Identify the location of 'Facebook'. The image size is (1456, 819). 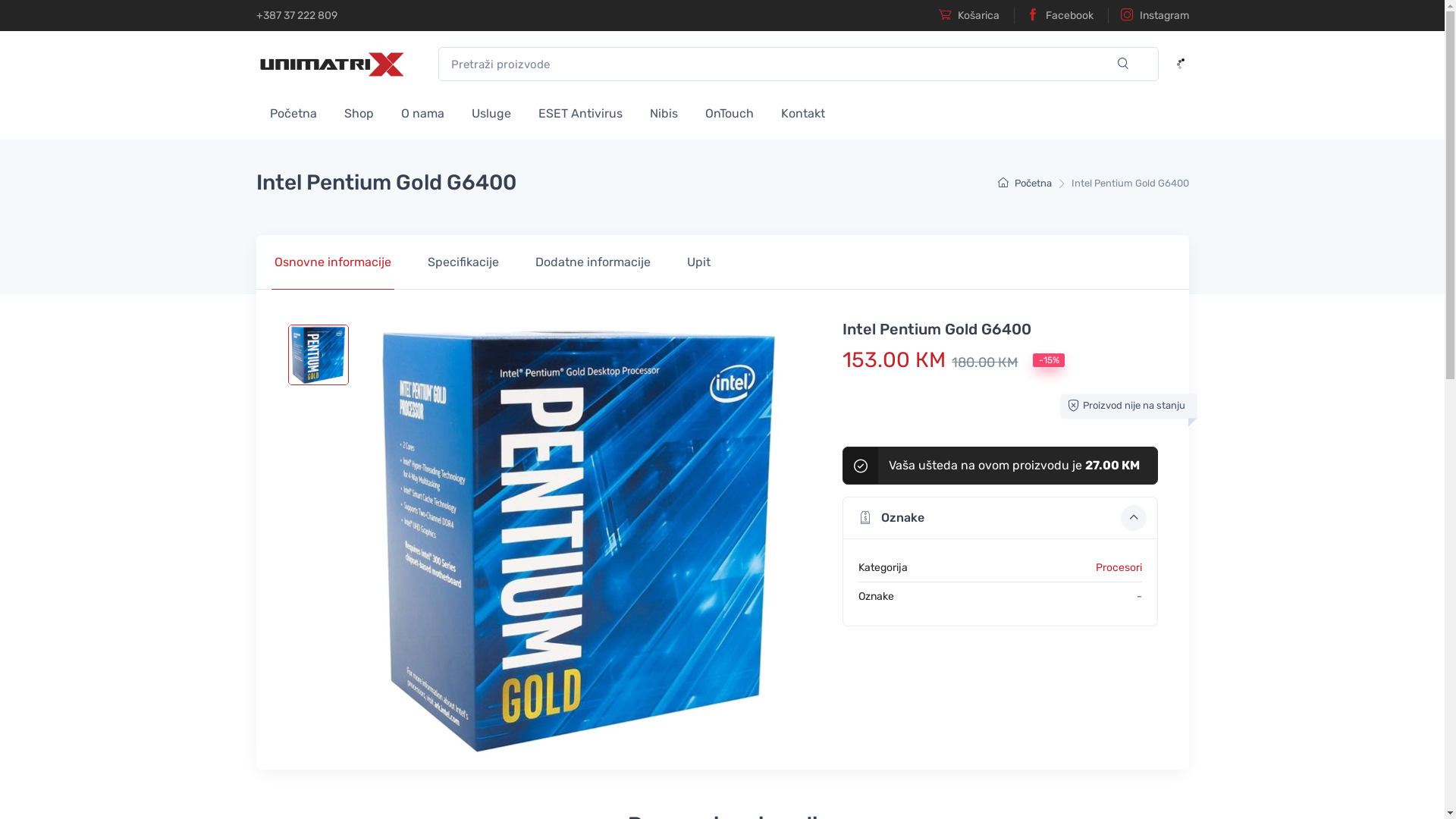
(1052, 15).